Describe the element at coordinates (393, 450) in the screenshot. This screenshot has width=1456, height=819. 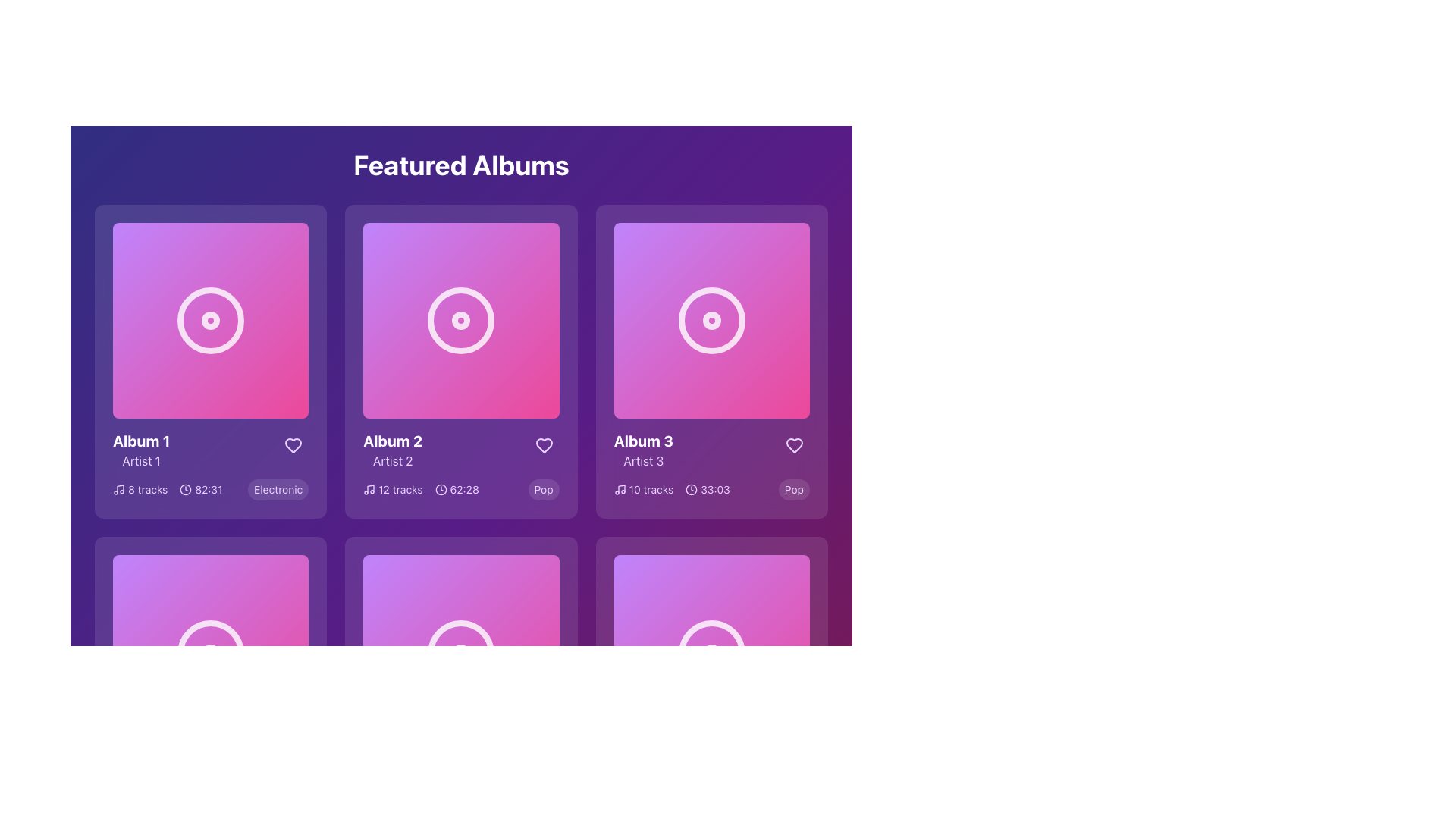
I see `the text label displaying the title 'Album 2' and artist 'Artist 2', located in the second column of the first row of the 'Featured Albums' section` at that location.